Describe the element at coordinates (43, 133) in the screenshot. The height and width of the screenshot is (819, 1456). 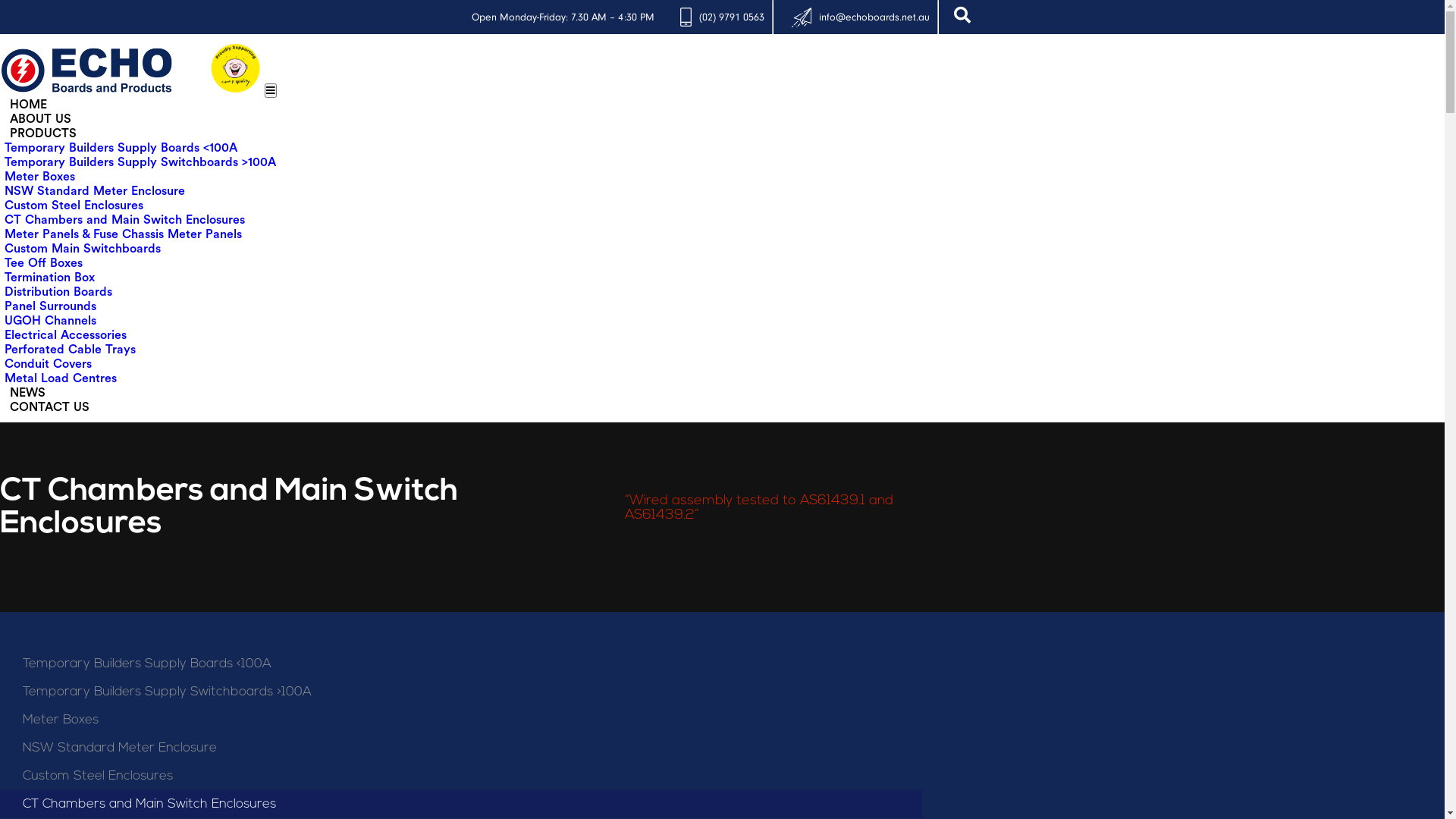
I see `'PRODUCTS'` at that location.